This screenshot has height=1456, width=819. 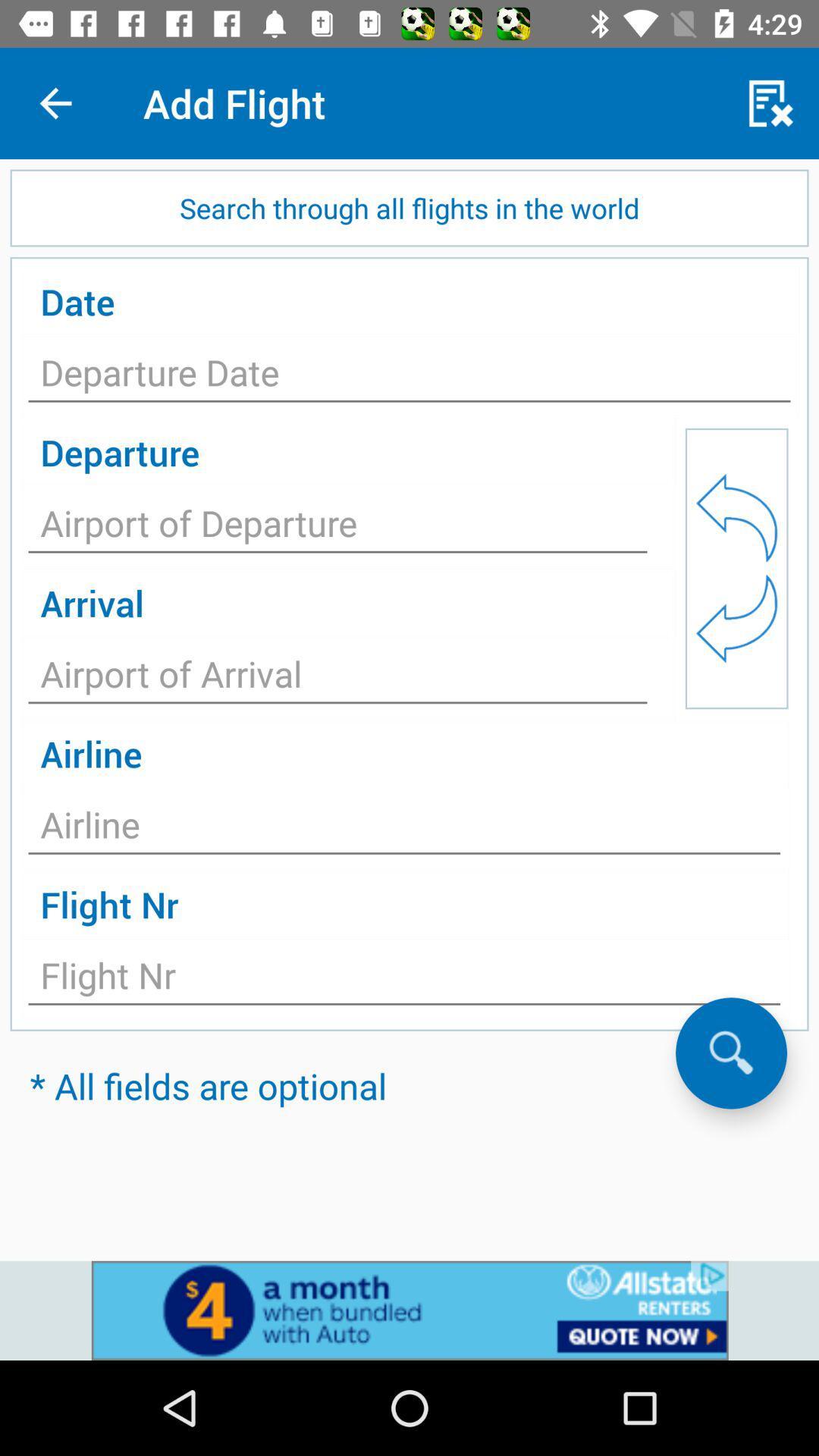 What do you see at coordinates (337, 677) in the screenshot?
I see `typing page` at bounding box center [337, 677].